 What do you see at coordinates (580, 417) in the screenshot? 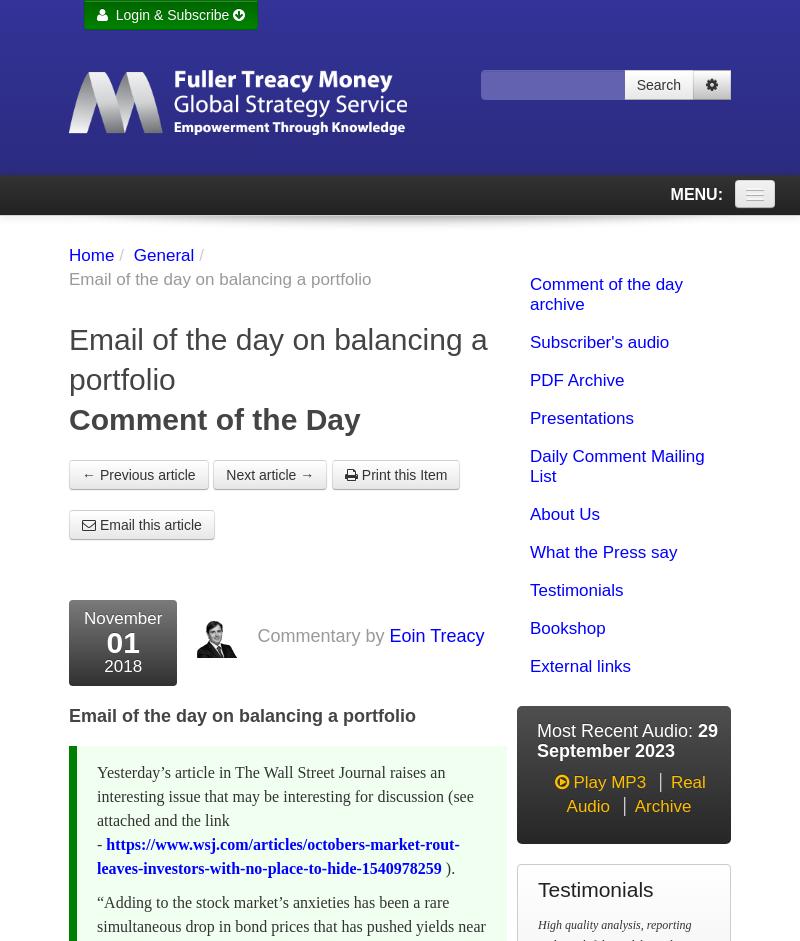
I see `'Presentations'` at bounding box center [580, 417].